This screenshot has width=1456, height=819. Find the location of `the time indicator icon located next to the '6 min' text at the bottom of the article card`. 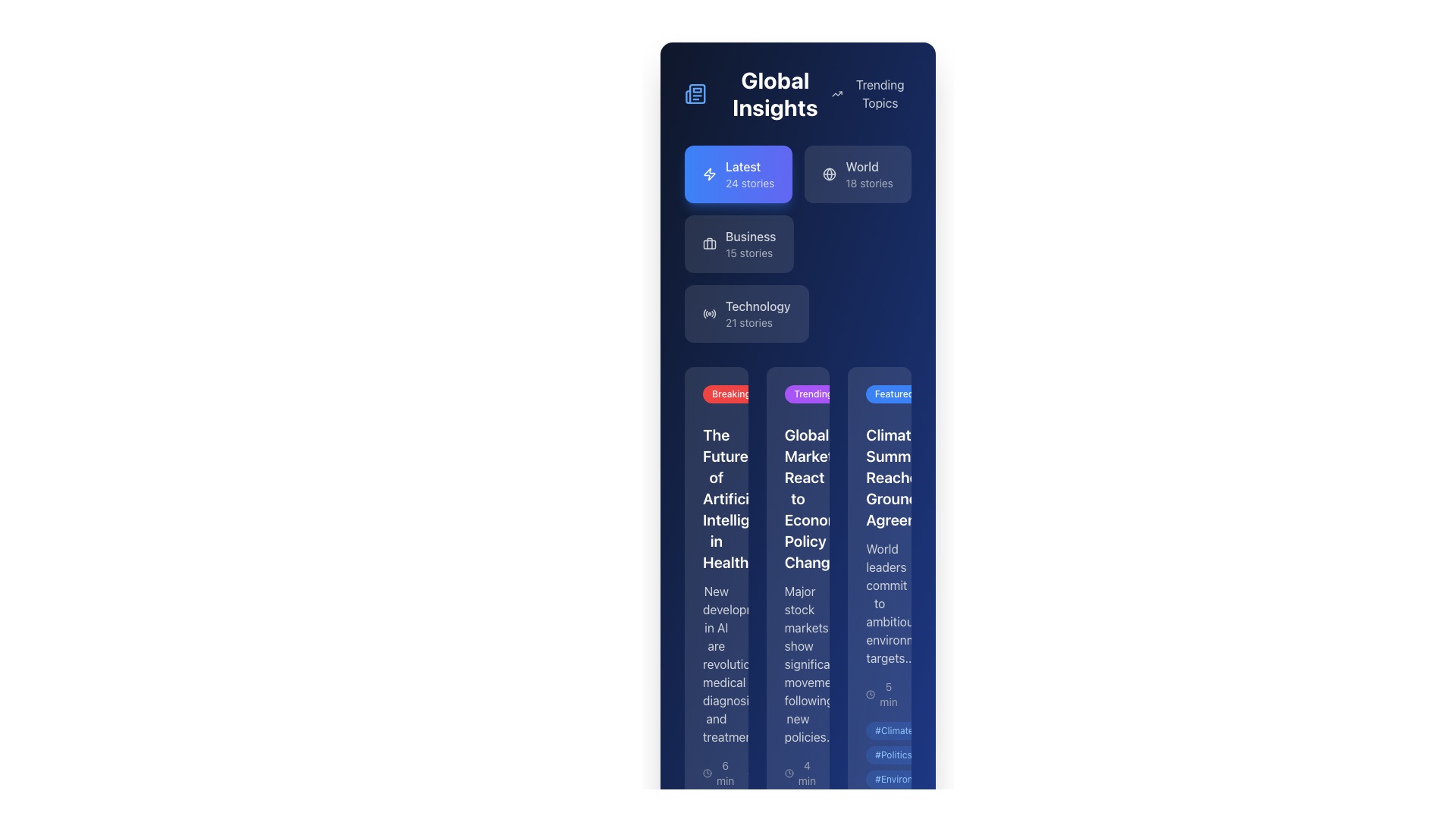

the time indicator icon located next to the '6 min' text at the bottom of the article card is located at coordinates (707, 773).